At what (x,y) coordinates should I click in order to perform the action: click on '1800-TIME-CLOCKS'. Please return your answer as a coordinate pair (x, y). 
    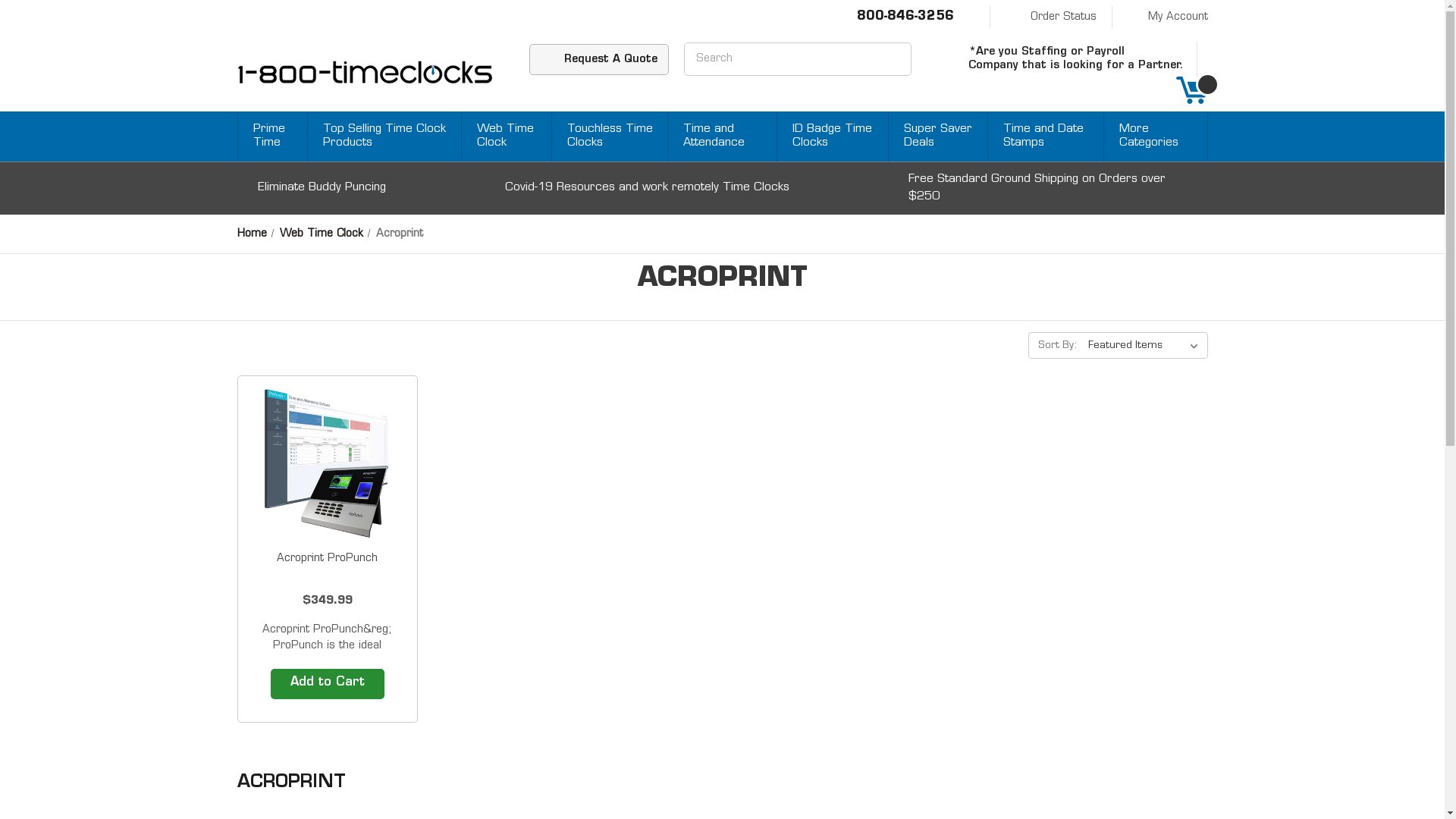
    Looking at the image, I should click on (364, 73).